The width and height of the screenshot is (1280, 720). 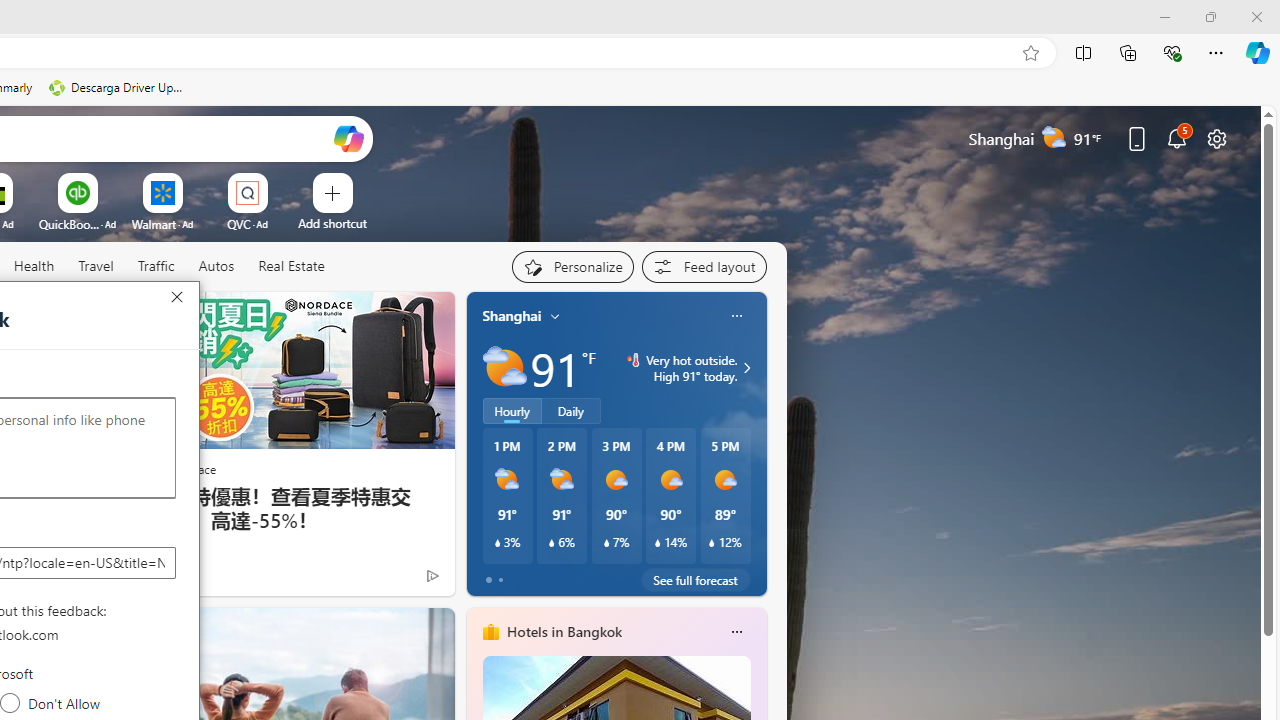 What do you see at coordinates (504, 368) in the screenshot?
I see `'Partly sunny'` at bounding box center [504, 368].